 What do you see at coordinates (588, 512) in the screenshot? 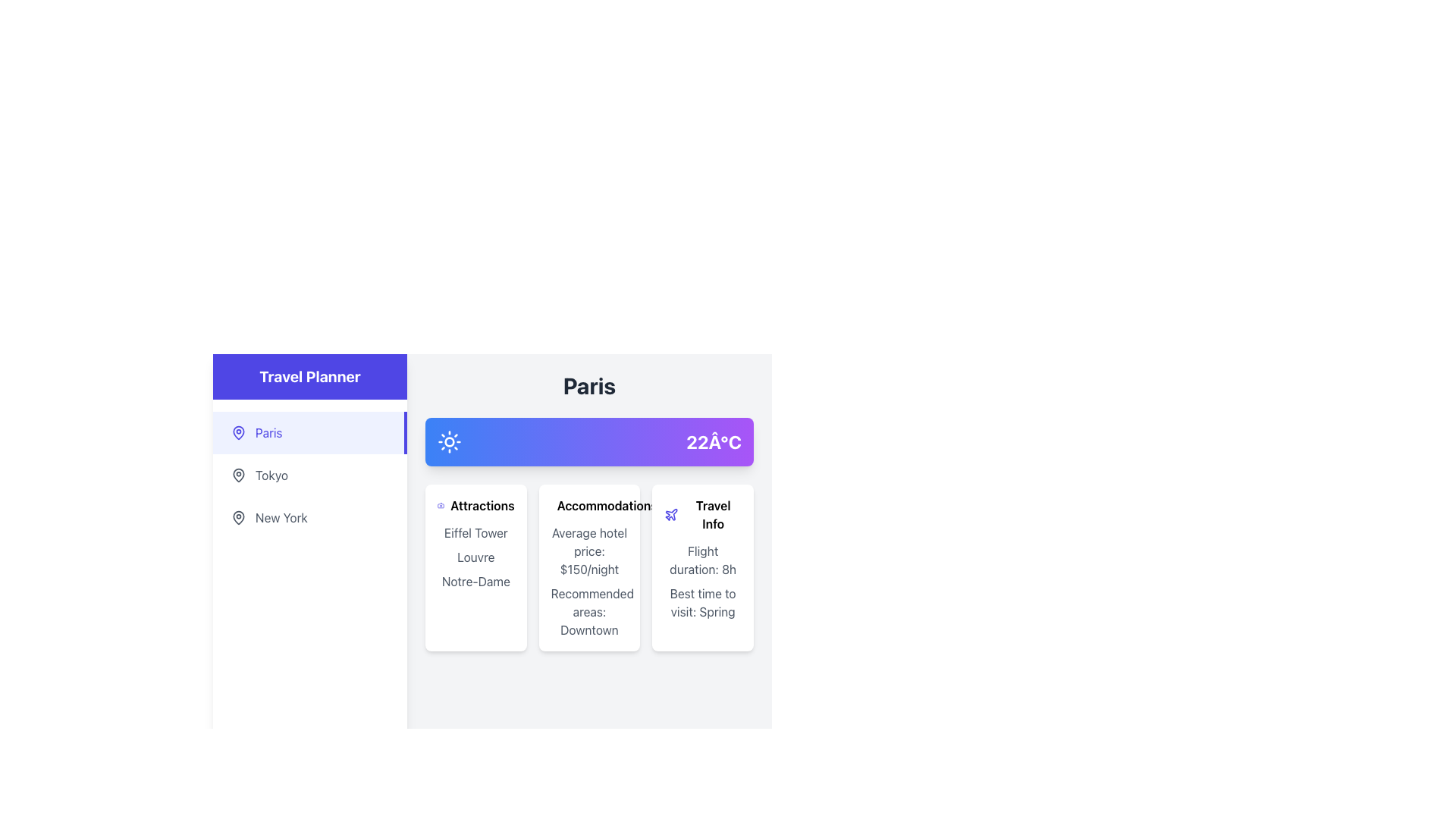
I see `the 'Accommodations' card element, which is the second card in a row of three, located between the 'Attractions' and 'Travel Info' cards, featuring a white background and rounded corners` at bounding box center [588, 512].